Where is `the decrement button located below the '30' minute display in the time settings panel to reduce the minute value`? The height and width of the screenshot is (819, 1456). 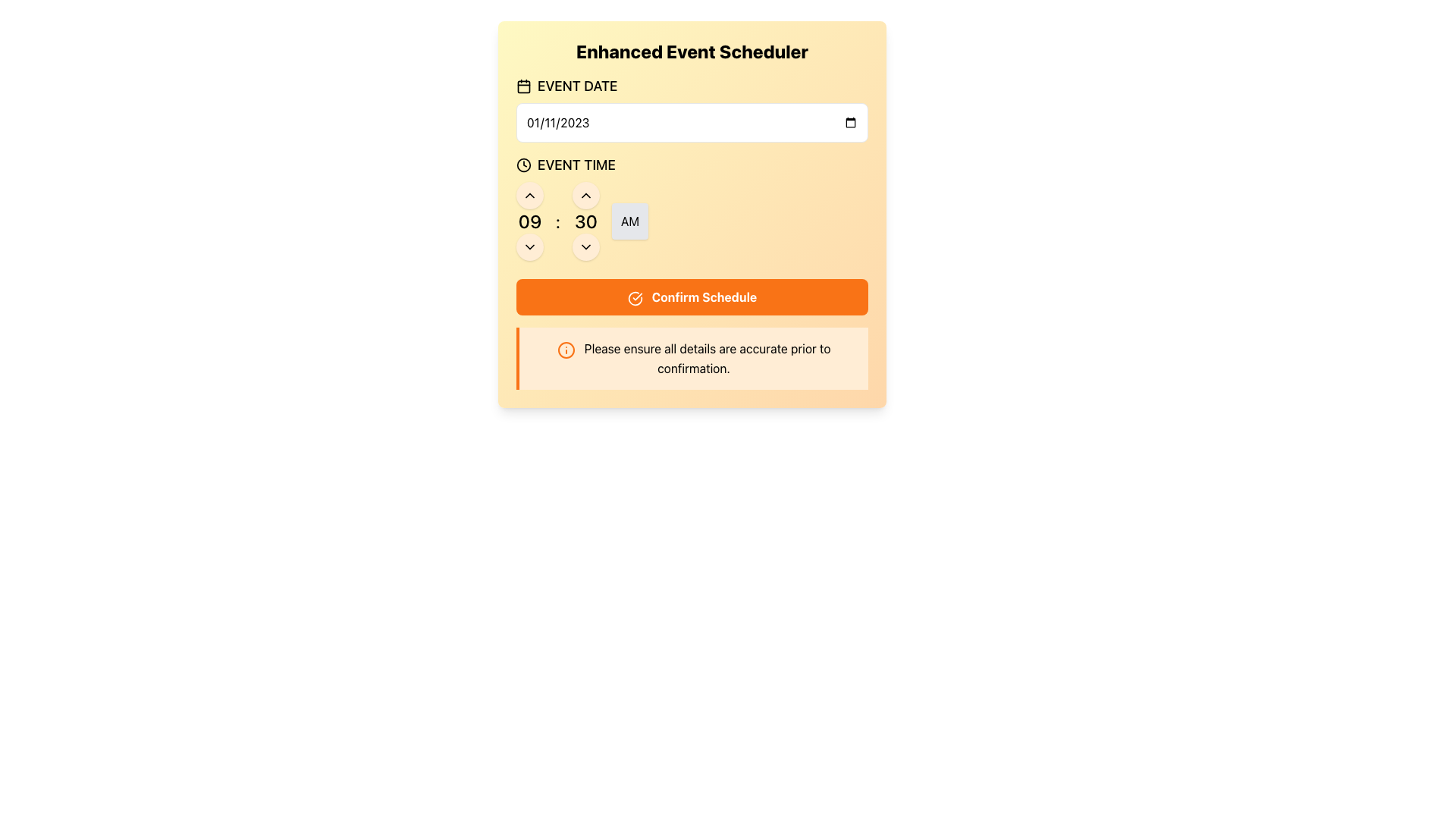 the decrement button located below the '30' minute display in the time settings panel to reduce the minute value is located at coordinates (585, 246).